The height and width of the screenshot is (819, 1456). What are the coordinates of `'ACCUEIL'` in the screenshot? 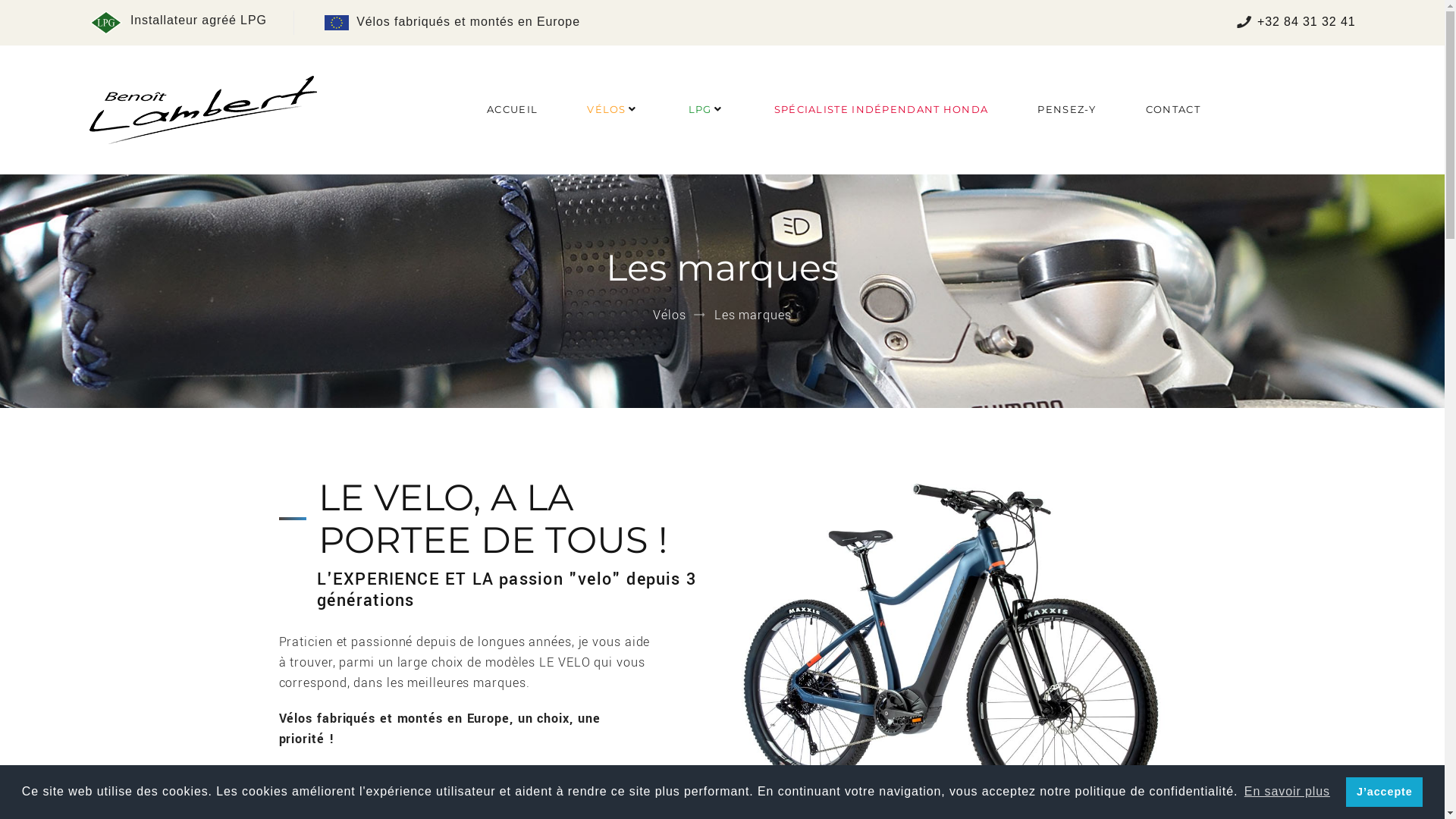 It's located at (512, 108).